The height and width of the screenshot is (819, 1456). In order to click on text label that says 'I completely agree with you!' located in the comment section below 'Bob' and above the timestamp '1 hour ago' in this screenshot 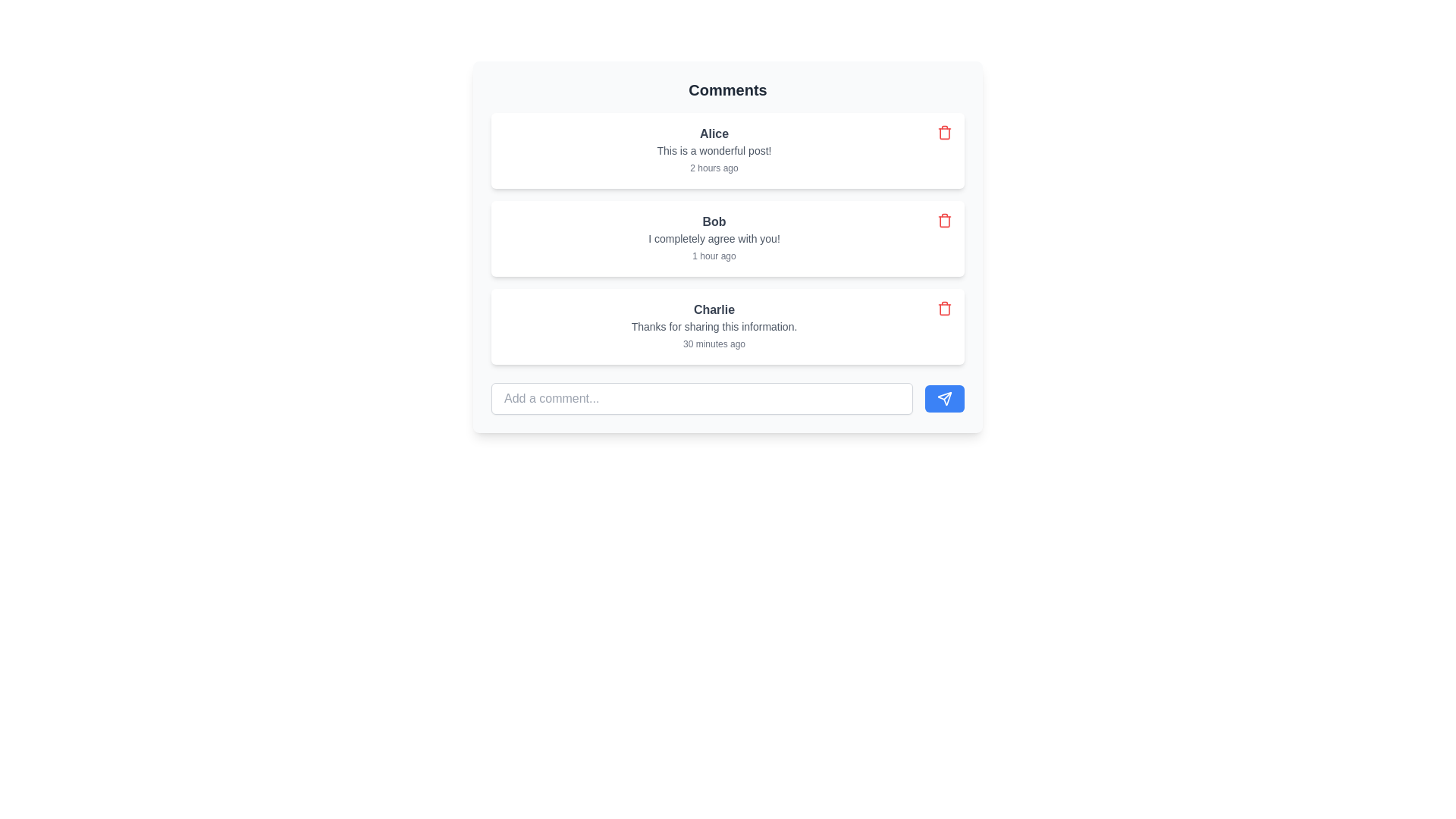, I will do `click(713, 239)`.